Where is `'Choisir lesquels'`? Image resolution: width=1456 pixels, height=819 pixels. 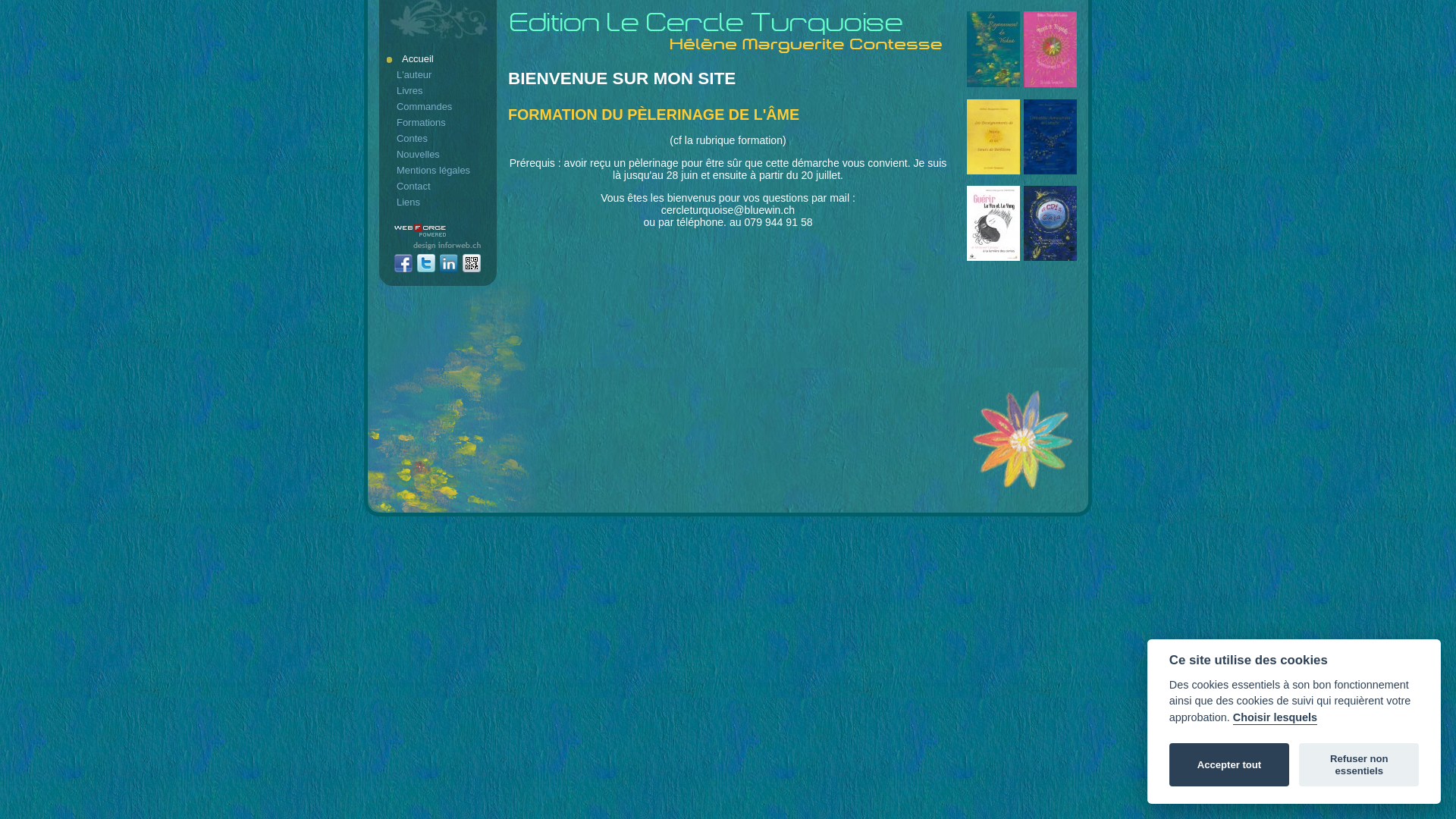
'Choisir lesquels' is located at coordinates (1274, 717).